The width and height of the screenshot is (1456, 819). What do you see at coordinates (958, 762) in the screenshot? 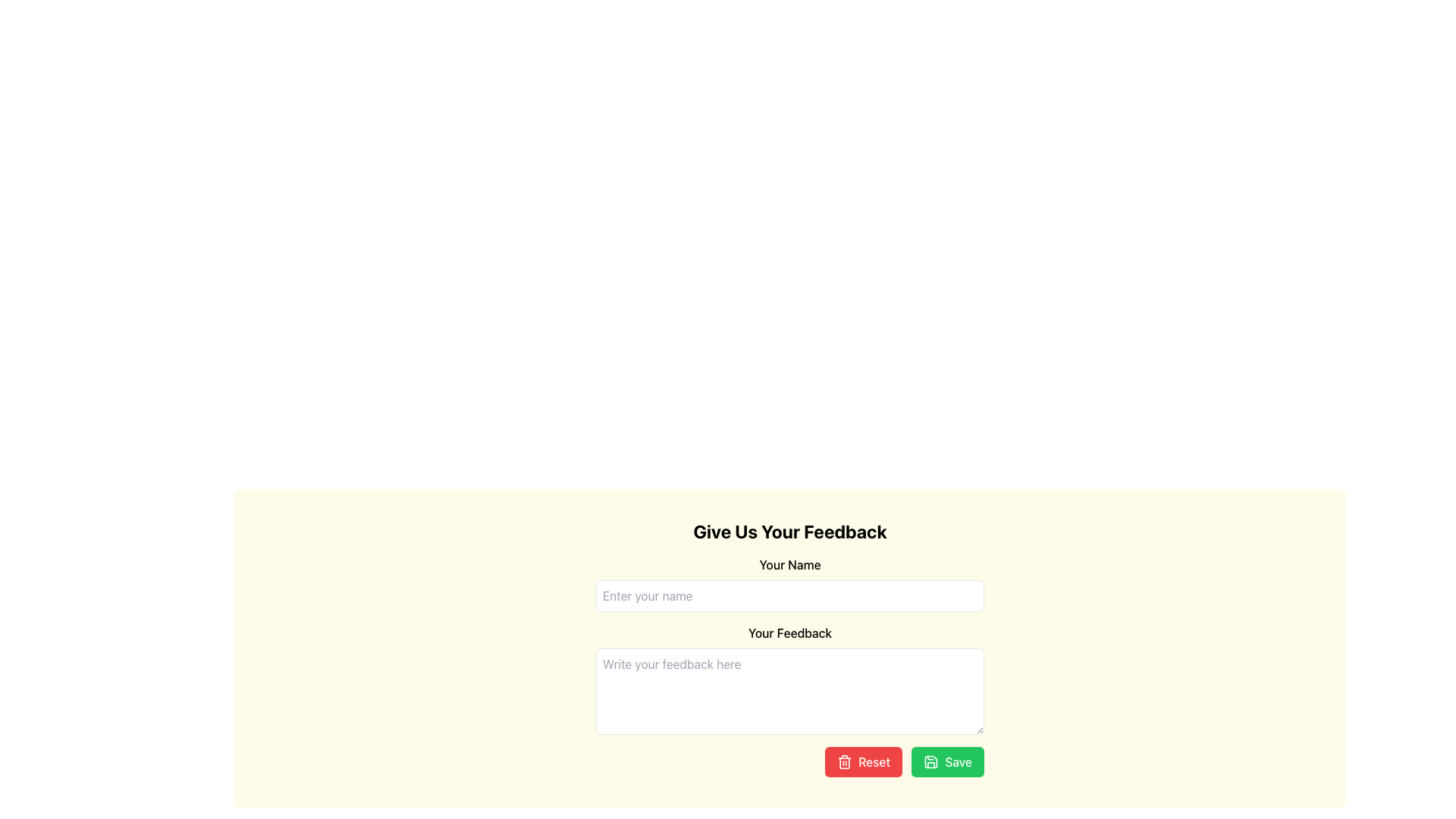
I see `the text label indicating the action of saving the feedback form, located at the bottom-right corner of the green 'Save' button` at bounding box center [958, 762].